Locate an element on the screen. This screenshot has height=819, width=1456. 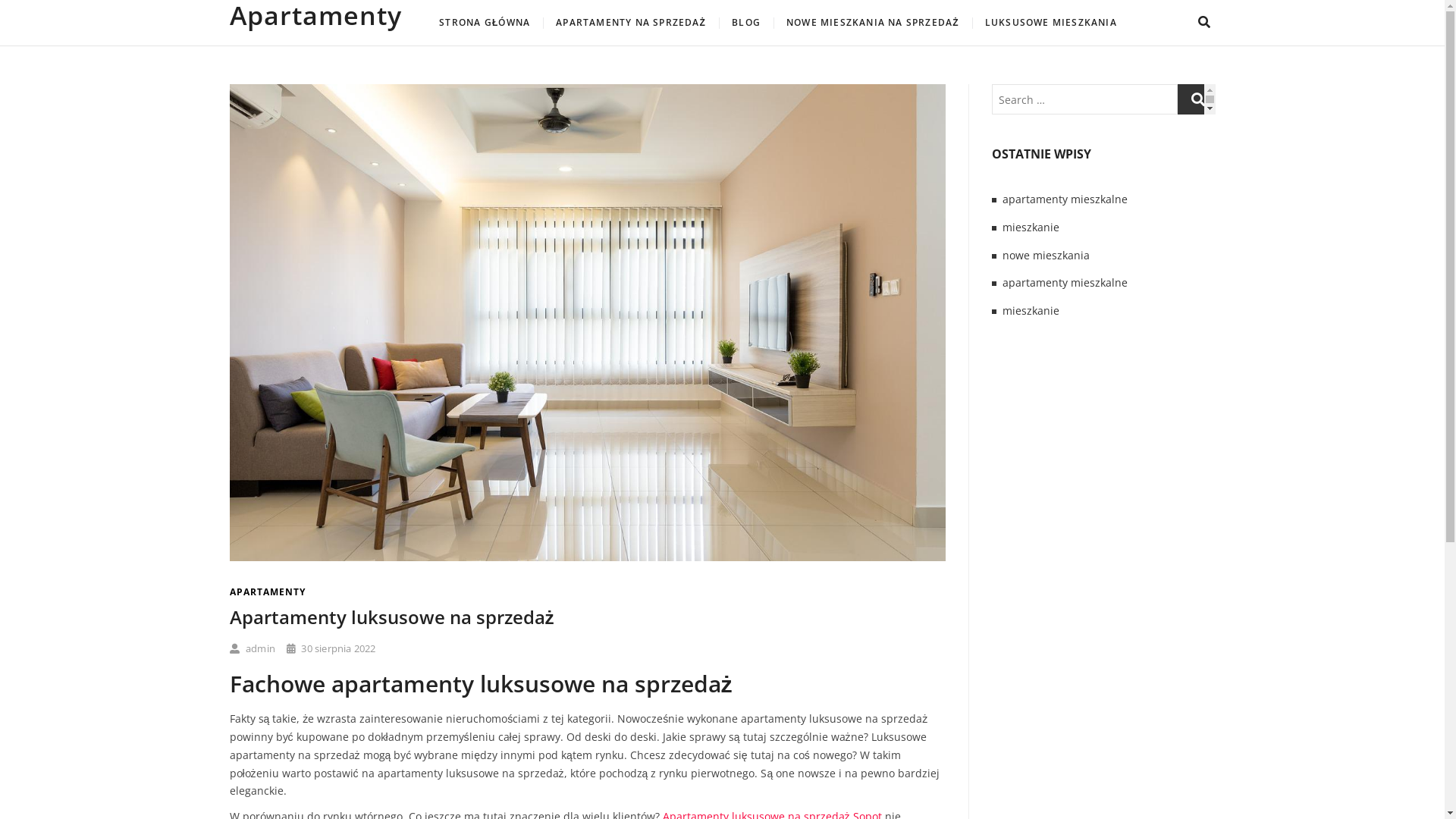
'apartamenty mieszkalne' is located at coordinates (1064, 282).